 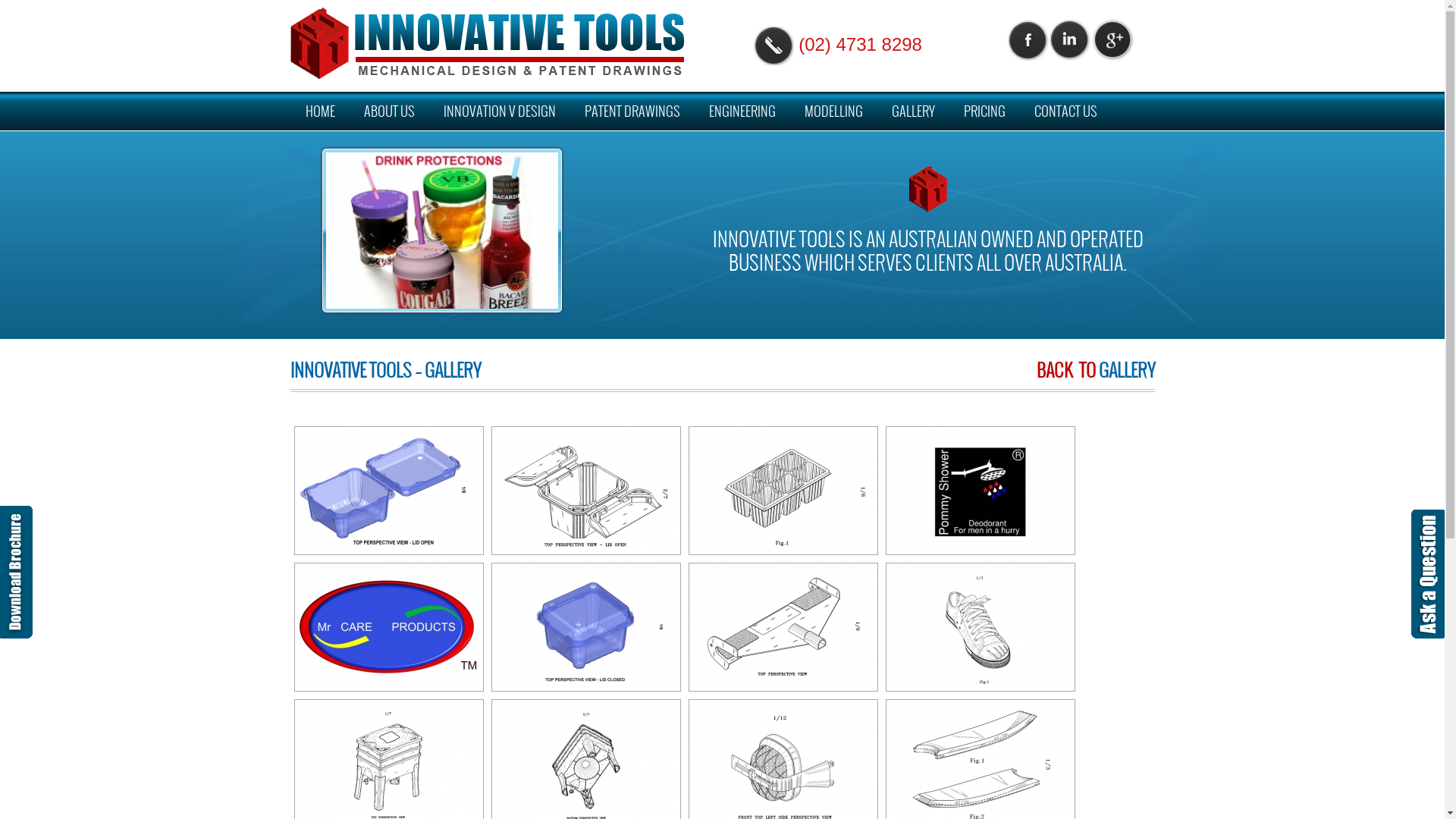 I want to click on 'google plus', so click(x=1113, y=39).